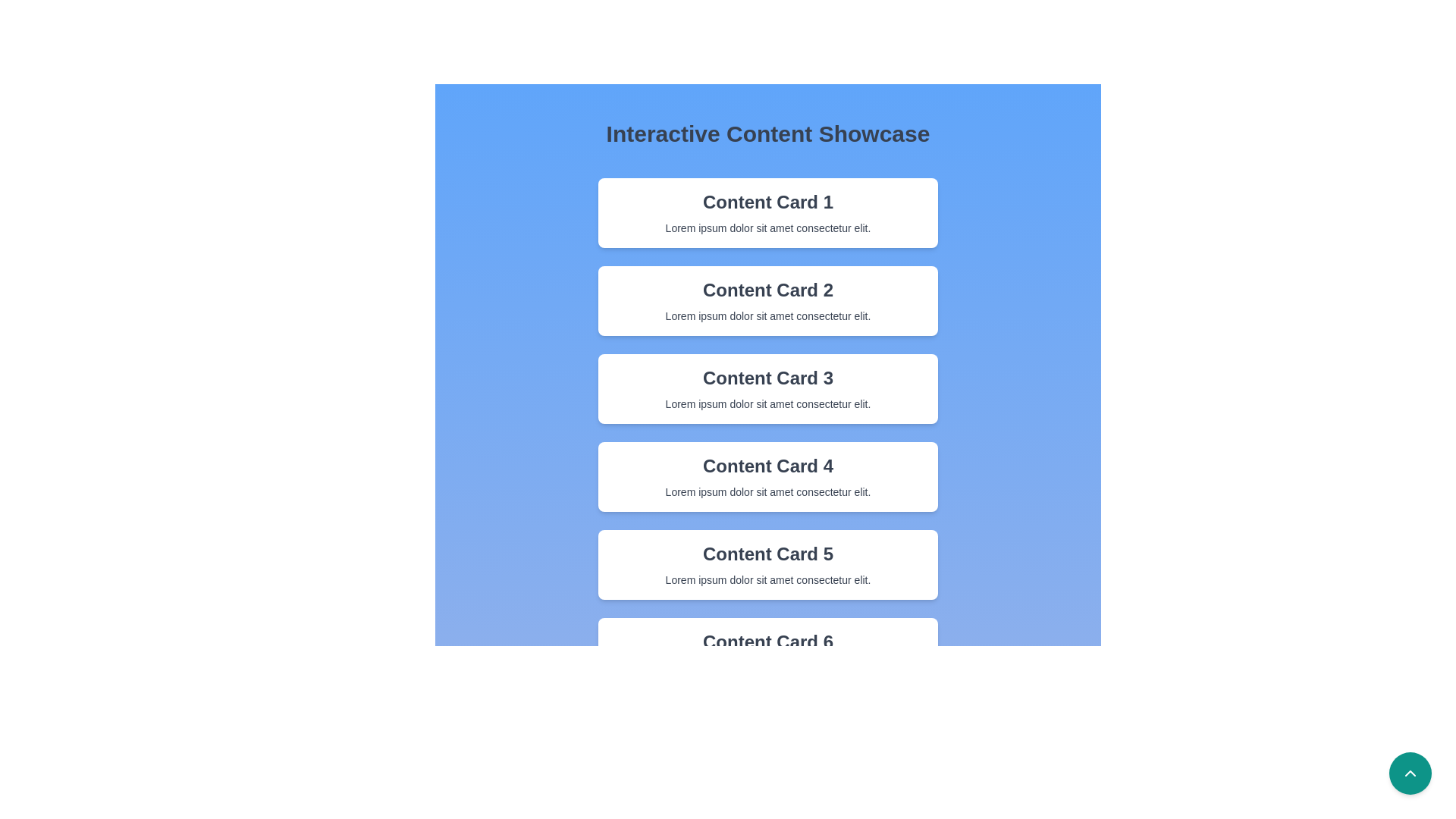  Describe the element at coordinates (767, 651) in the screenshot. I see `the informational card that is the sixth item in a vertically stacked list of content cards, positioned between 'Content Card 5' and 'Content Card 7'` at that location.